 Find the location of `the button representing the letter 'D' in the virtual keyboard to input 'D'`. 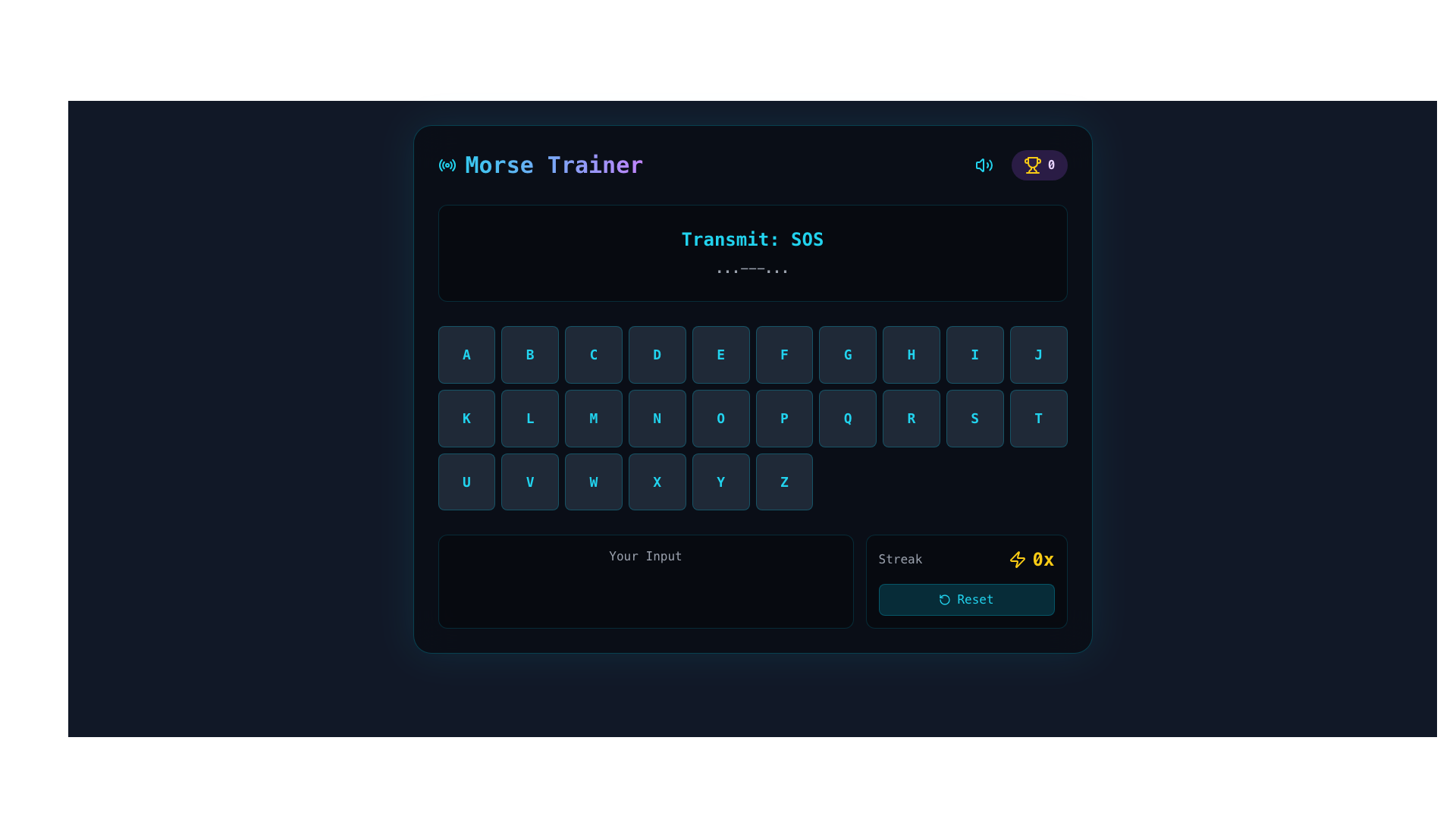

the button representing the letter 'D' in the virtual keyboard to input 'D' is located at coordinates (657, 354).